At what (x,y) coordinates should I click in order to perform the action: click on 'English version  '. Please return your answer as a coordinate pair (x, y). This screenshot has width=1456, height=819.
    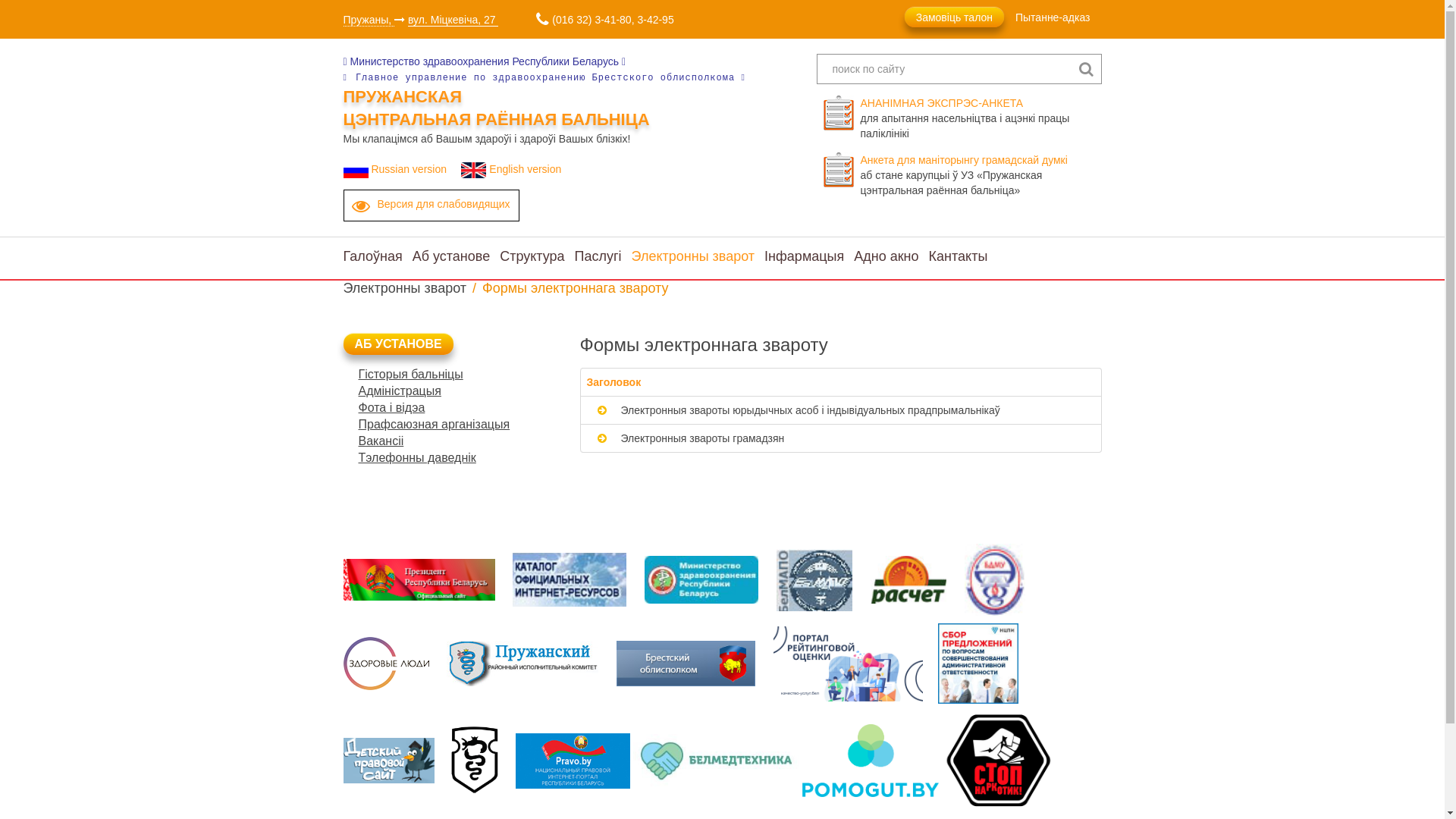
    Looking at the image, I should click on (513, 169).